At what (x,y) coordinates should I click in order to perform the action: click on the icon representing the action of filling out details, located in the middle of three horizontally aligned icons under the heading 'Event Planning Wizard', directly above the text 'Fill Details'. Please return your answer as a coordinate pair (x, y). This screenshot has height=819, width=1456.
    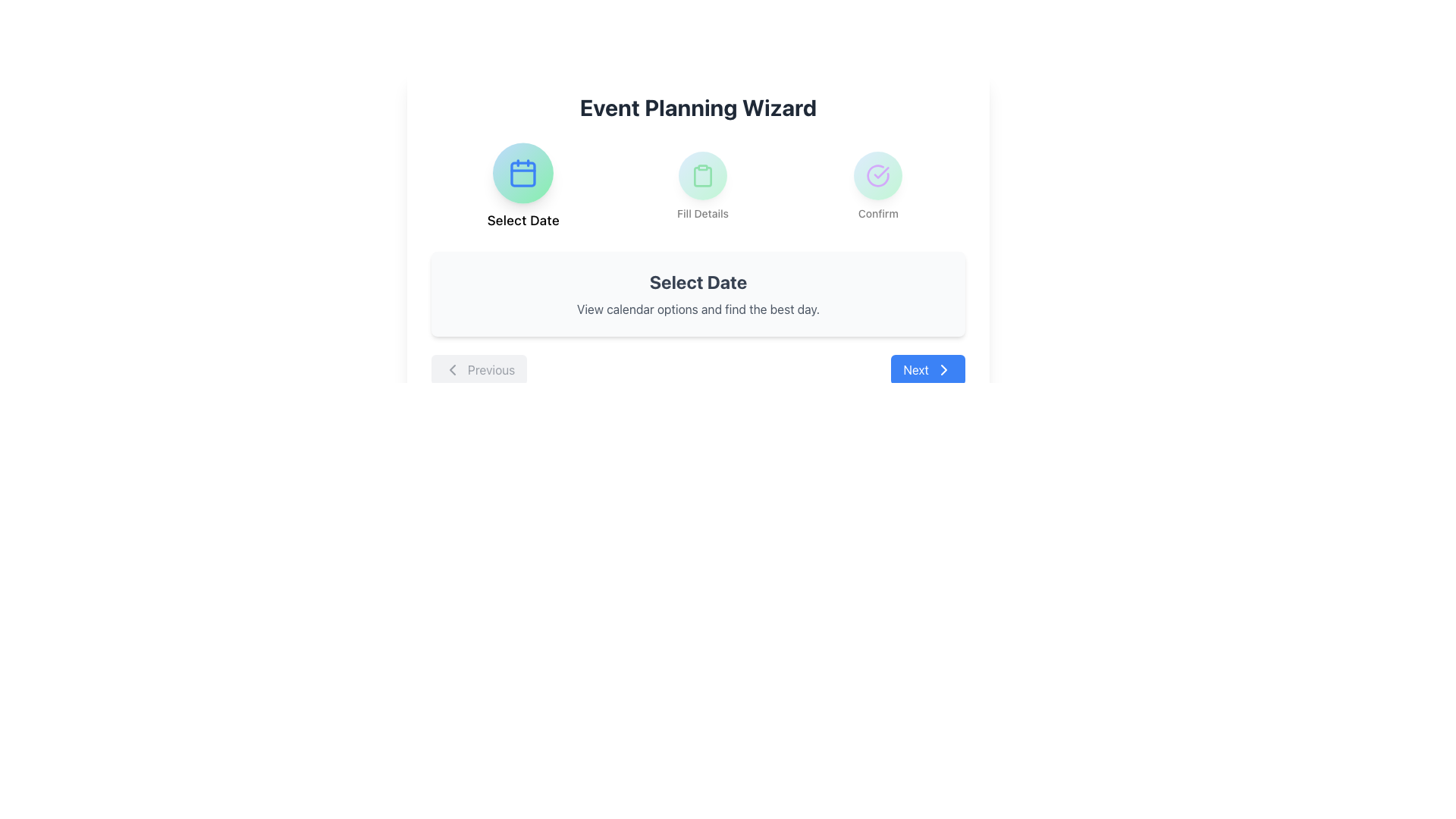
    Looking at the image, I should click on (702, 176).